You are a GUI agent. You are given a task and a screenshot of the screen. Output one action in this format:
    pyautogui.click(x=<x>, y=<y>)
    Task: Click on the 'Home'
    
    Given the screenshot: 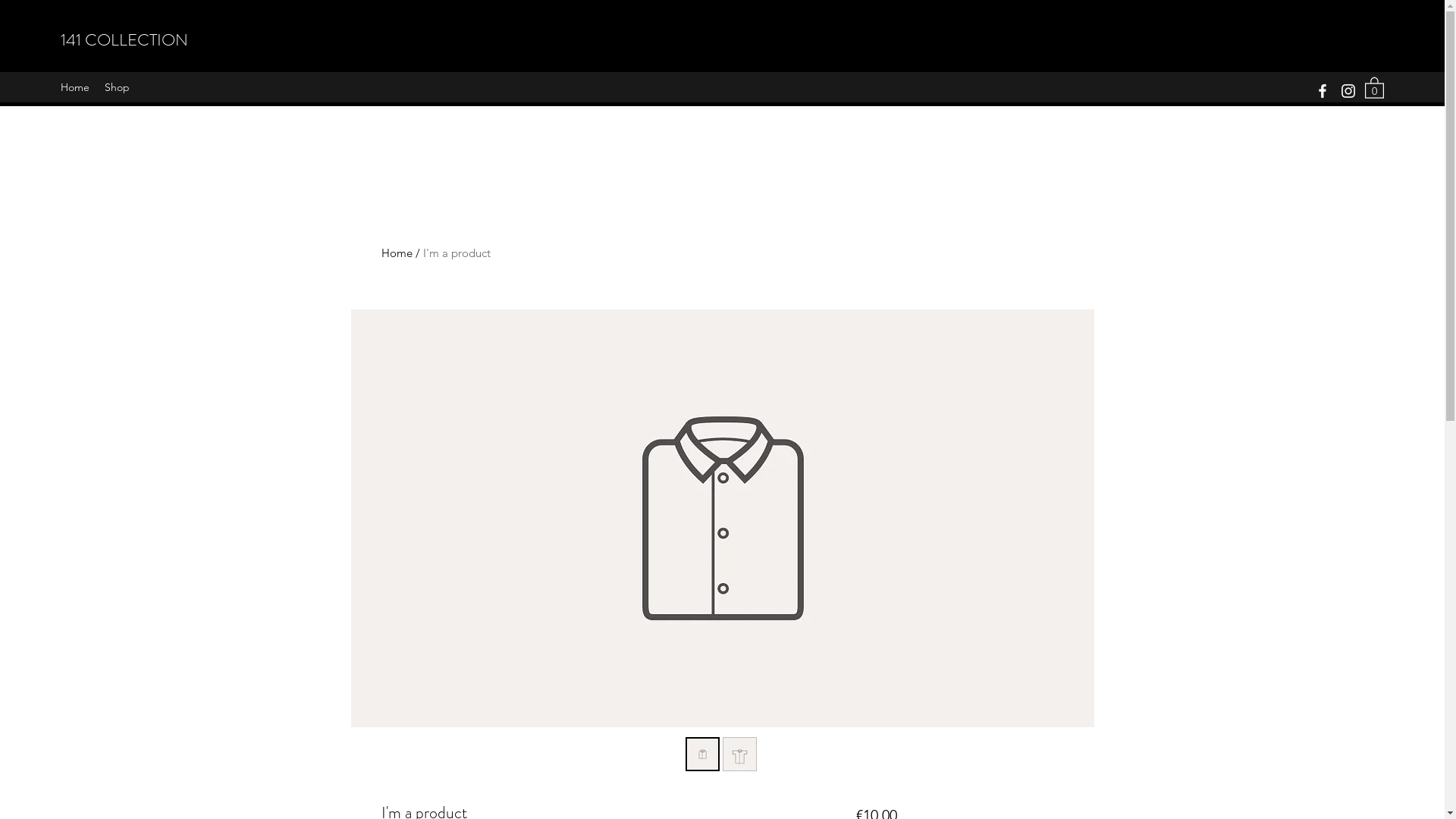 What is the action you would take?
    pyautogui.click(x=74, y=87)
    